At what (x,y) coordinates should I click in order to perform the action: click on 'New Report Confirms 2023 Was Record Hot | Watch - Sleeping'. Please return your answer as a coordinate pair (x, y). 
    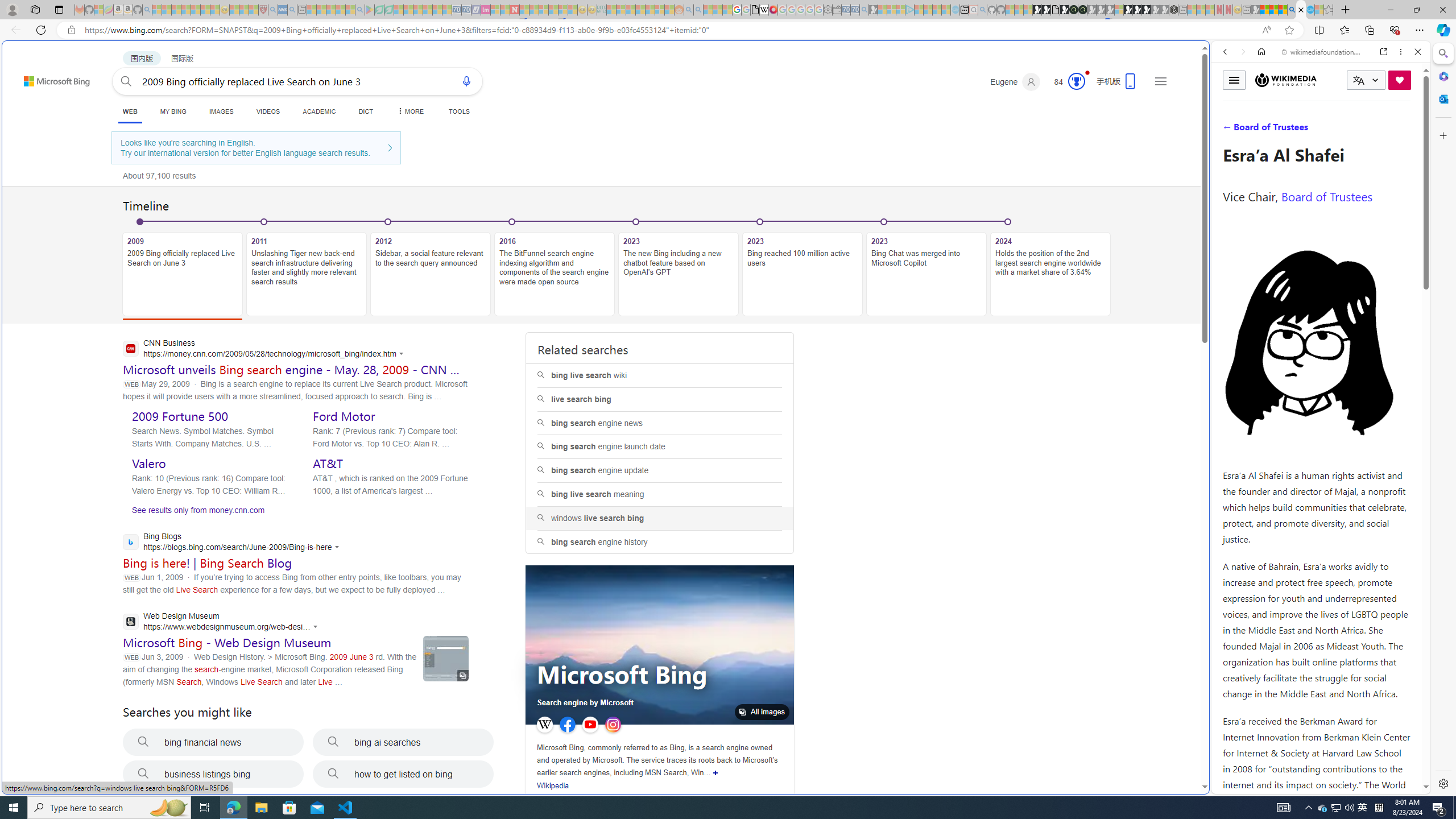
    Looking at the image, I should click on (195, 9).